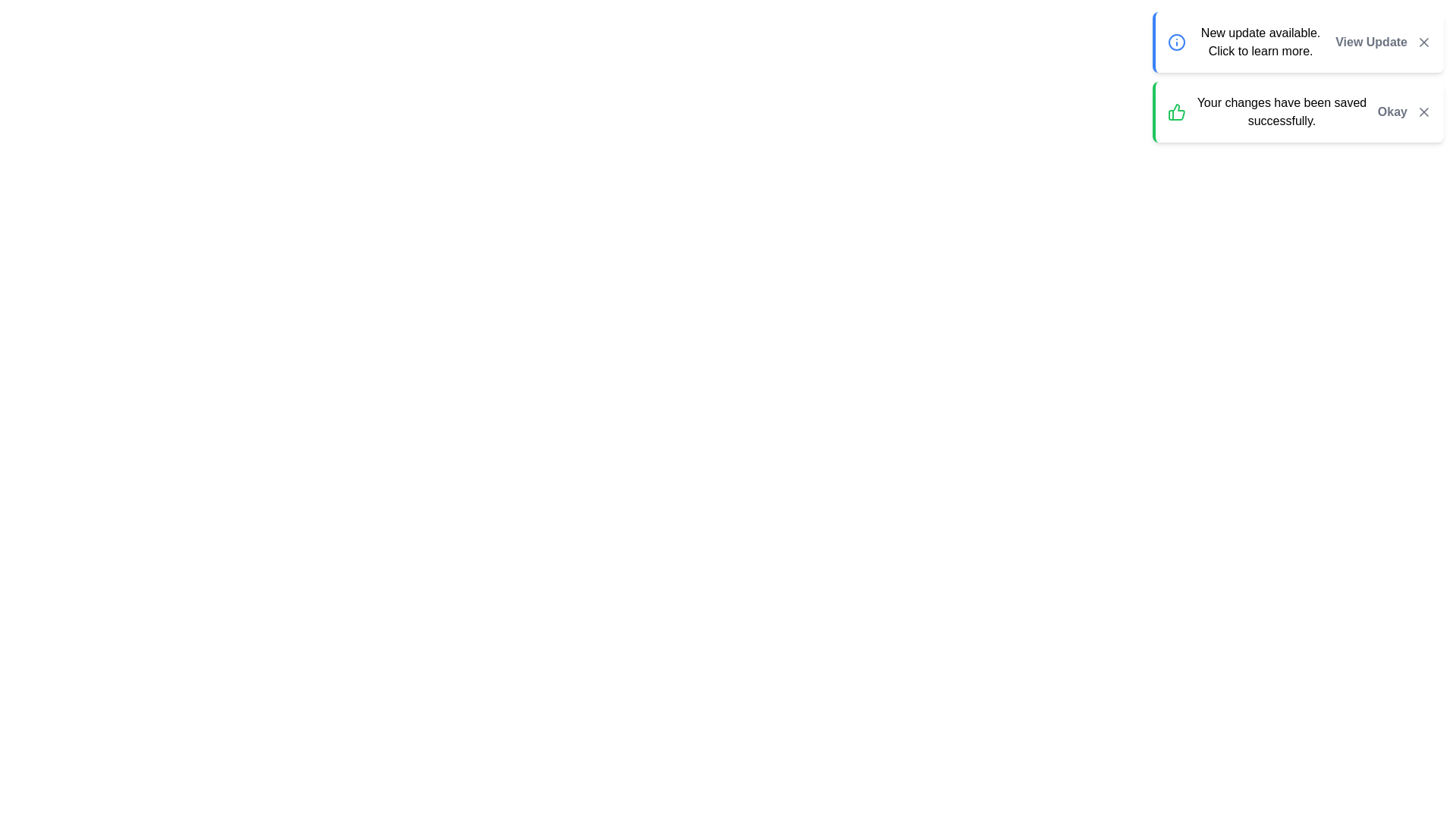 This screenshot has width=1456, height=819. What do you see at coordinates (1175, 111) in the screenshot?
I see `the right segment of the thumbs-up icon located in the bottom notification message area of the interface, which represents a positive confirmation action` at bounding box center [1175, 111].